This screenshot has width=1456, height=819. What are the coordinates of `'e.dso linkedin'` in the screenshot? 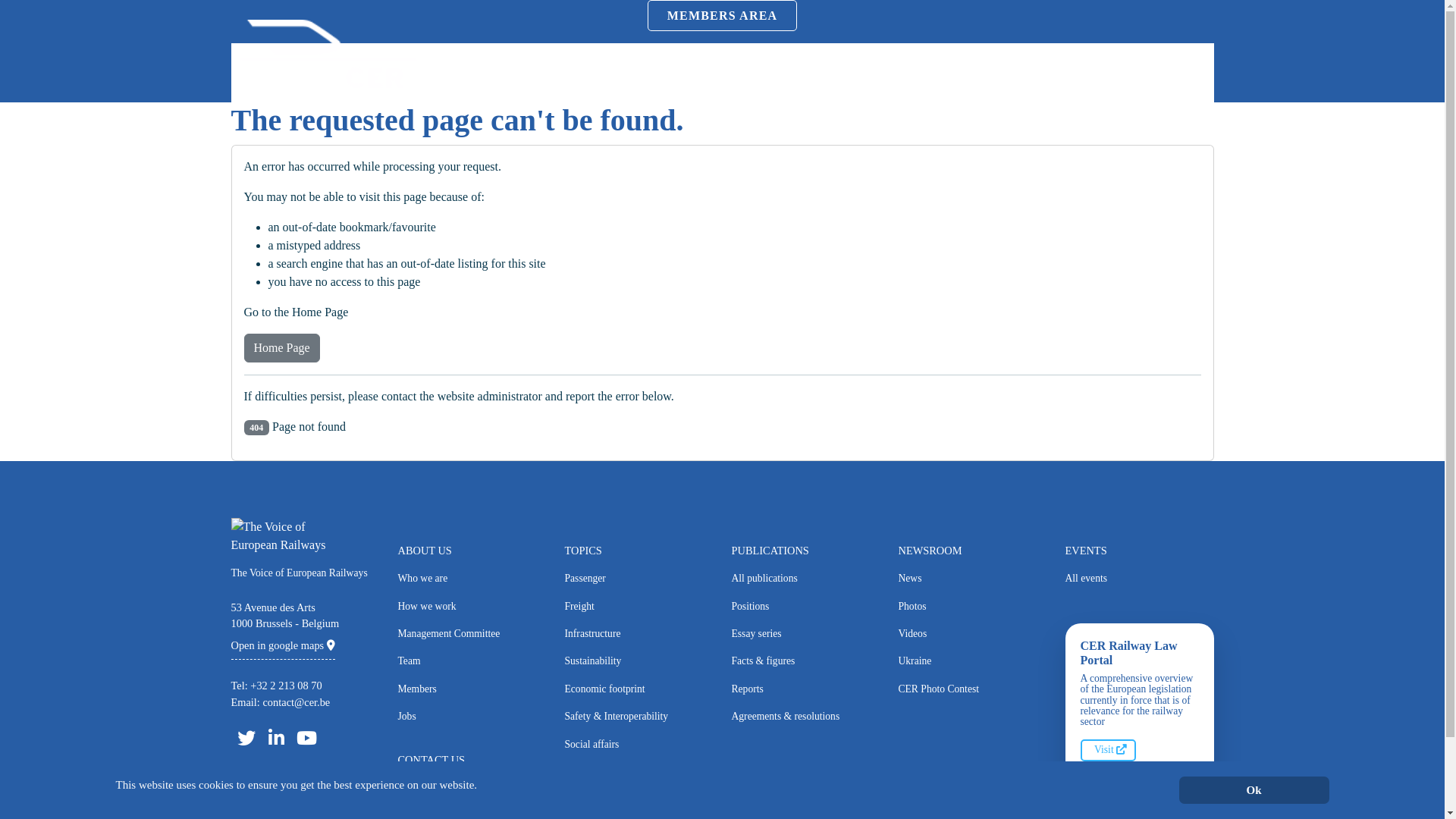 It's located at (276, 736).